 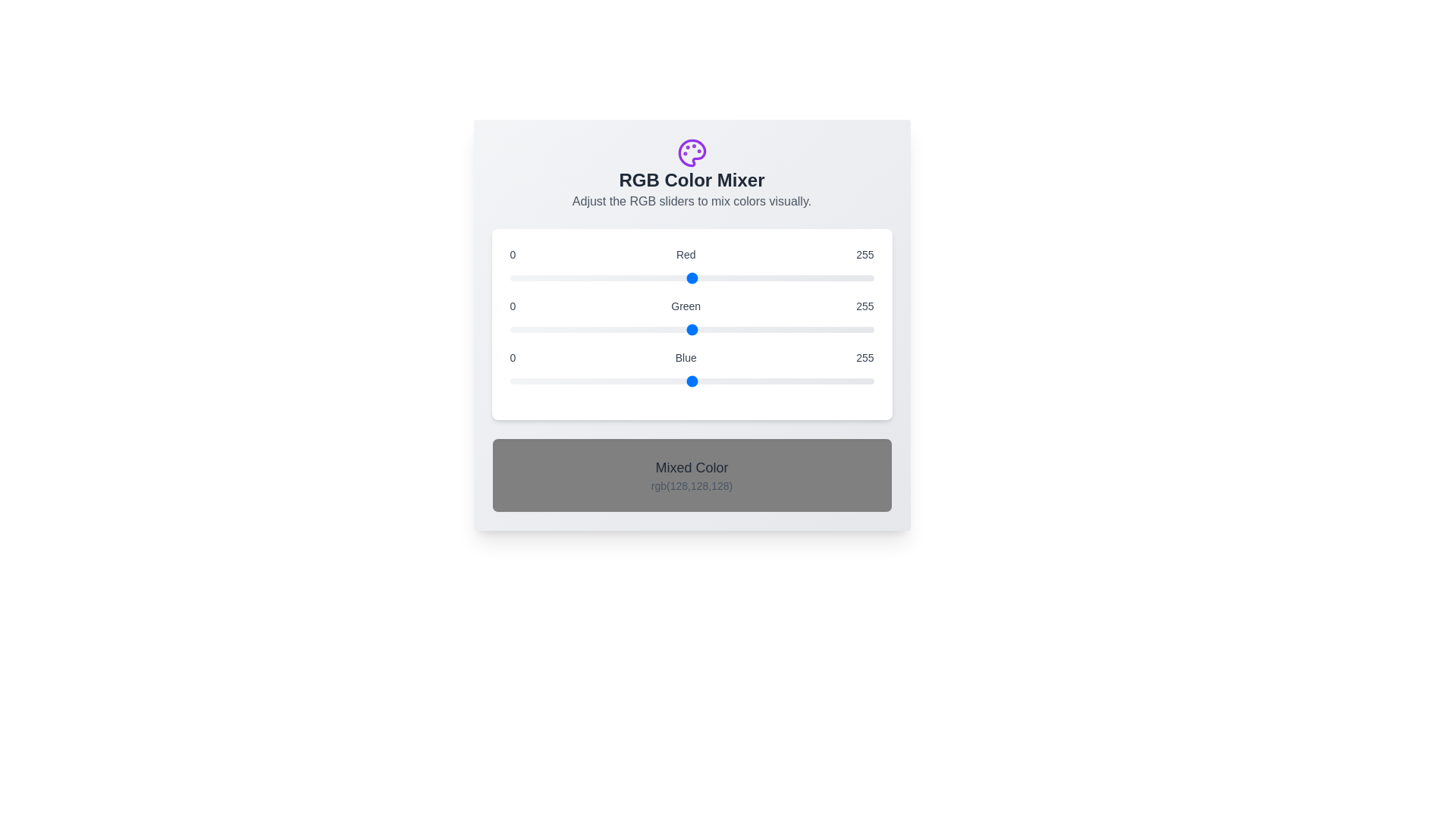 What do you see at coordinates (691, 329) in the screenshot?
I see `the 1 slider to the value 82 to observe the resulting mixed color` at bounding box center [691, 329].